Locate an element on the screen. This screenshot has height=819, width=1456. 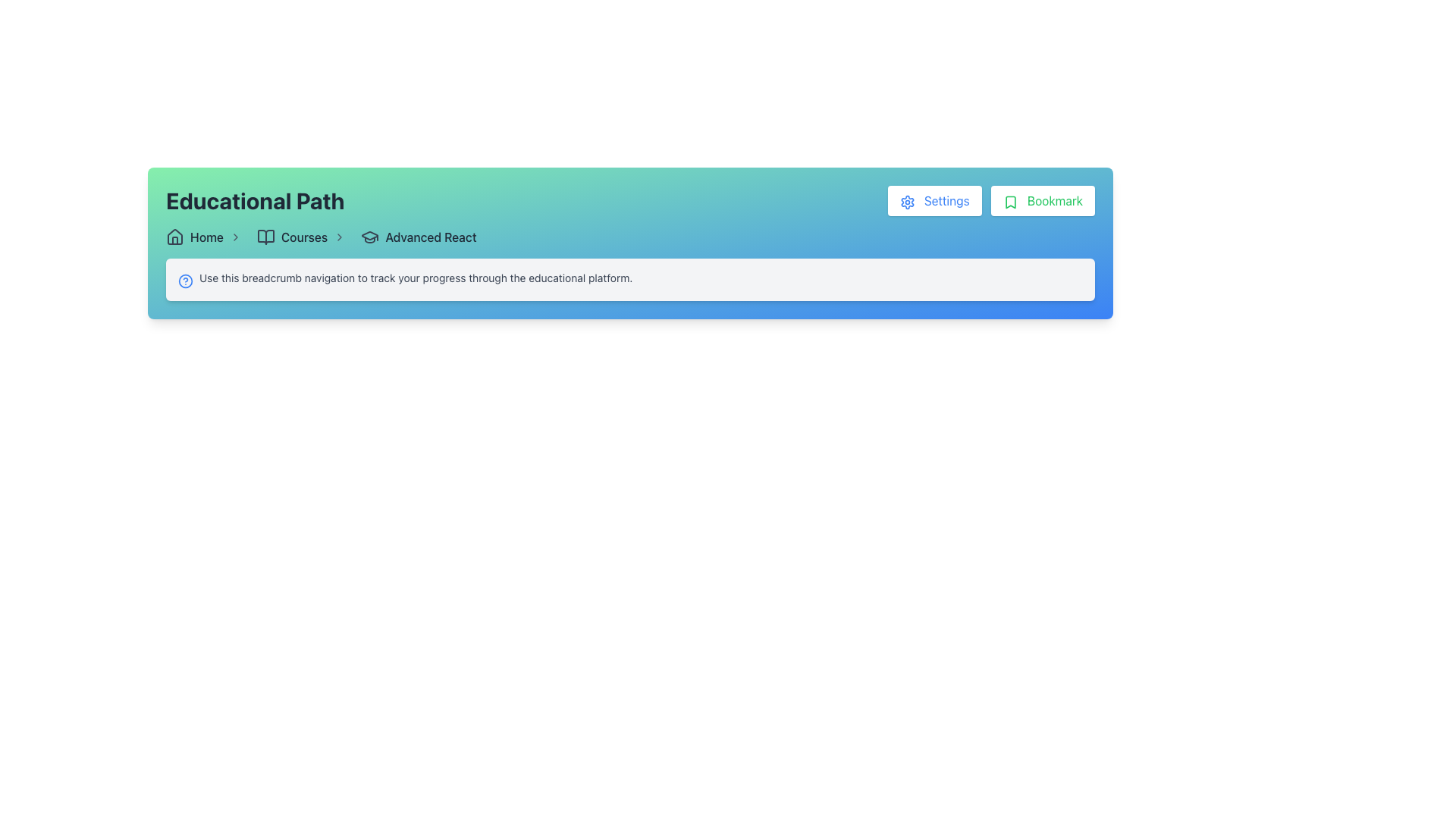
the settings button located at the top right of the interface, just before the 'Bookmark' button is located at coordinates (934, 200).